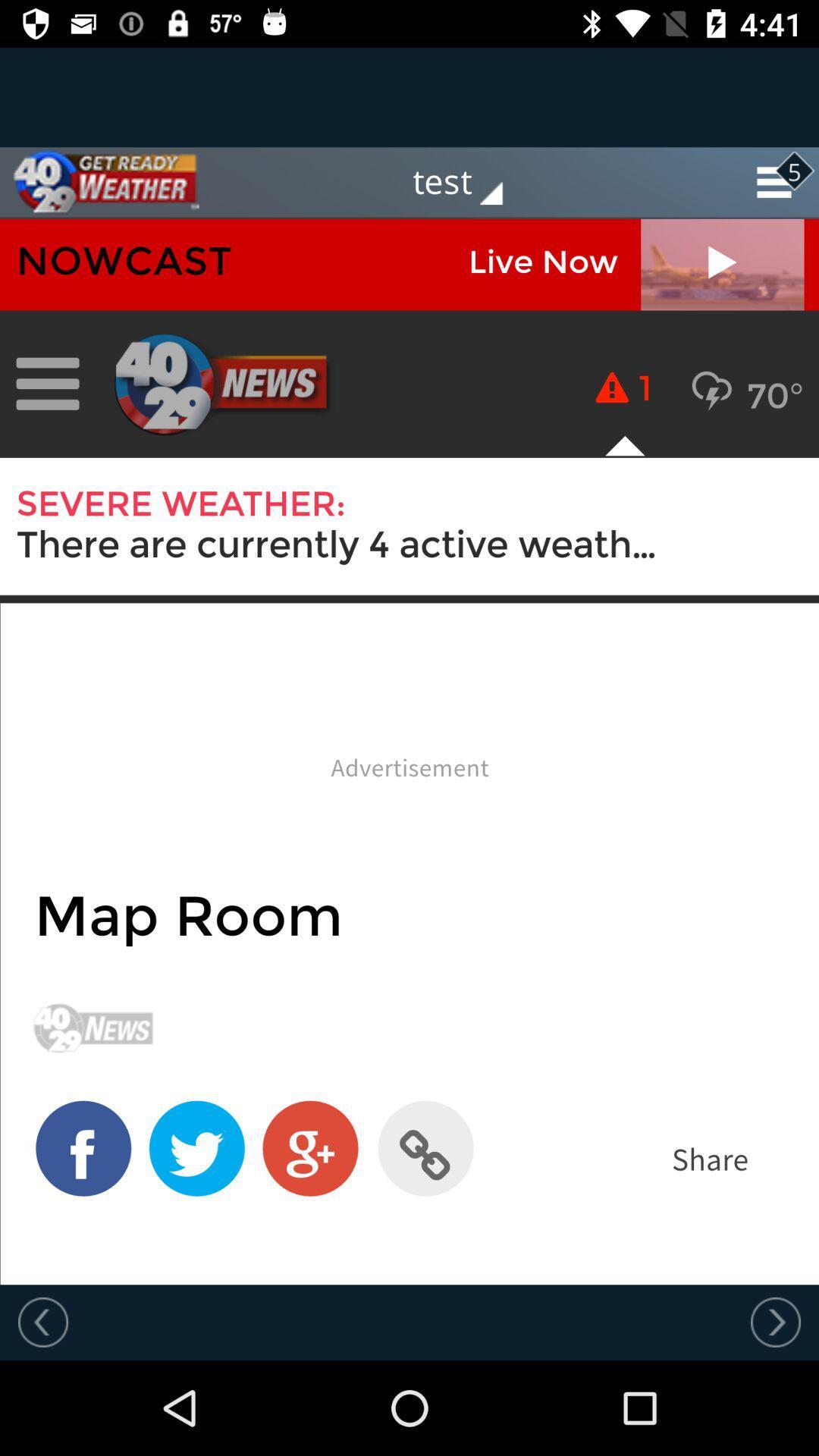 This screenshot has height=1456, width=819. What do you see at coordinates (775, 1321) in the screenshot?
I see `next button` at bounding box center [775, 1321].